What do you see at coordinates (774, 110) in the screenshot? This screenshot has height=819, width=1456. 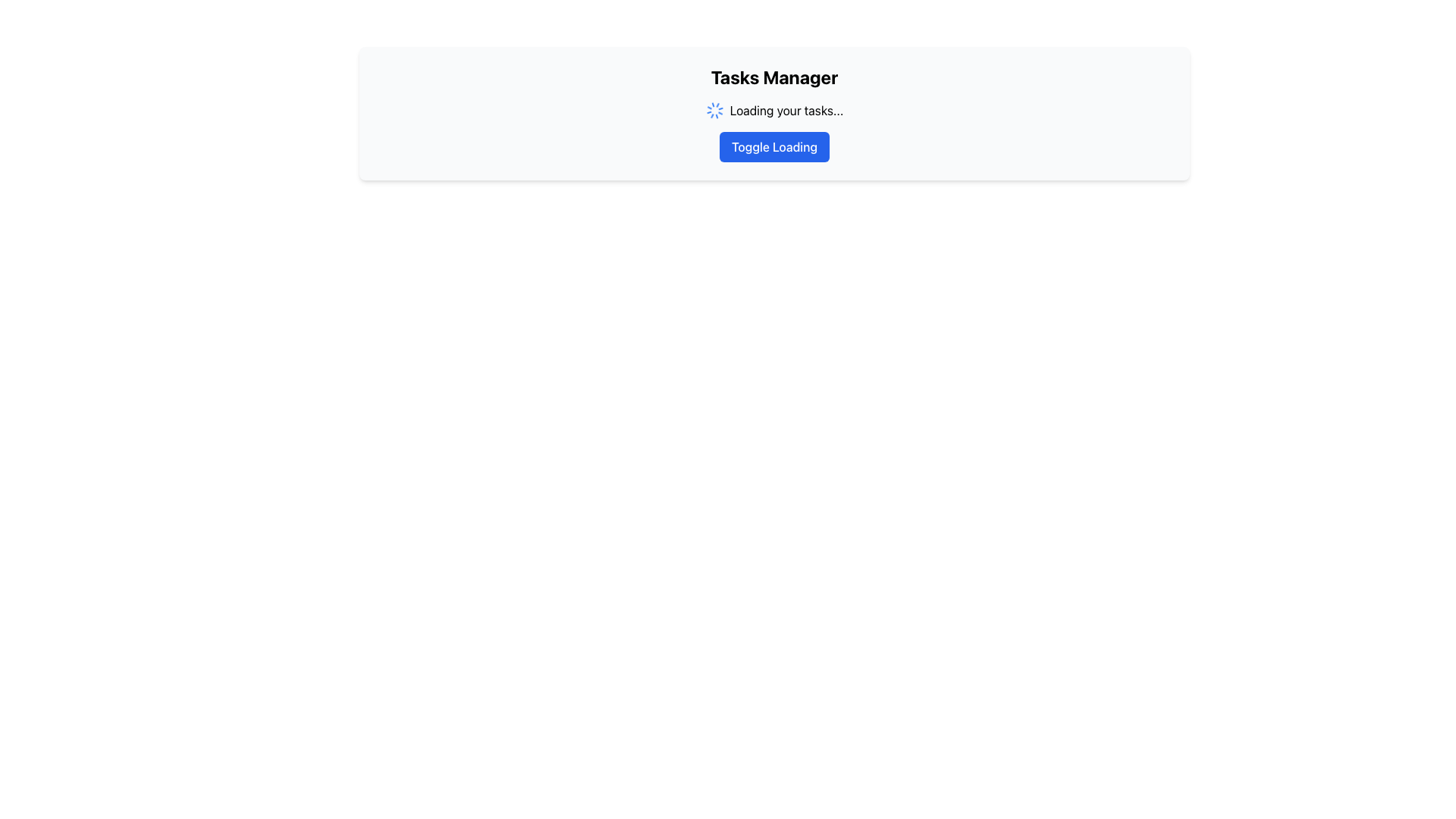 I see `the Loading Indicator with Text that displays 'Loading your tasks...' and a spinning loader icon, located below the 'Tasks Manager' heading and above the 'Toggle Loading' button` at bounding box center [774, 110].